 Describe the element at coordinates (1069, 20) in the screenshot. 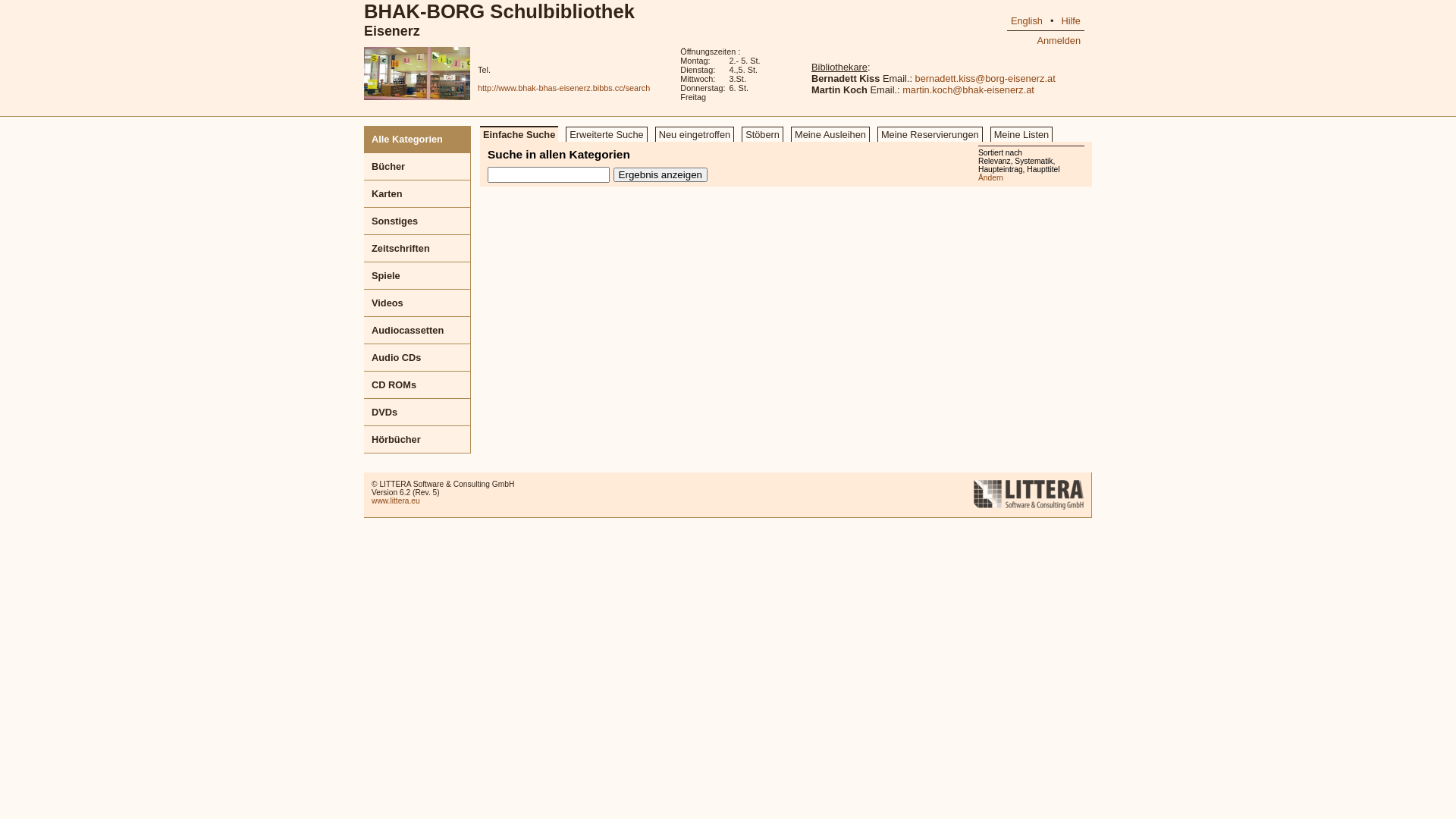

I see `'Hilfe'` at that location.